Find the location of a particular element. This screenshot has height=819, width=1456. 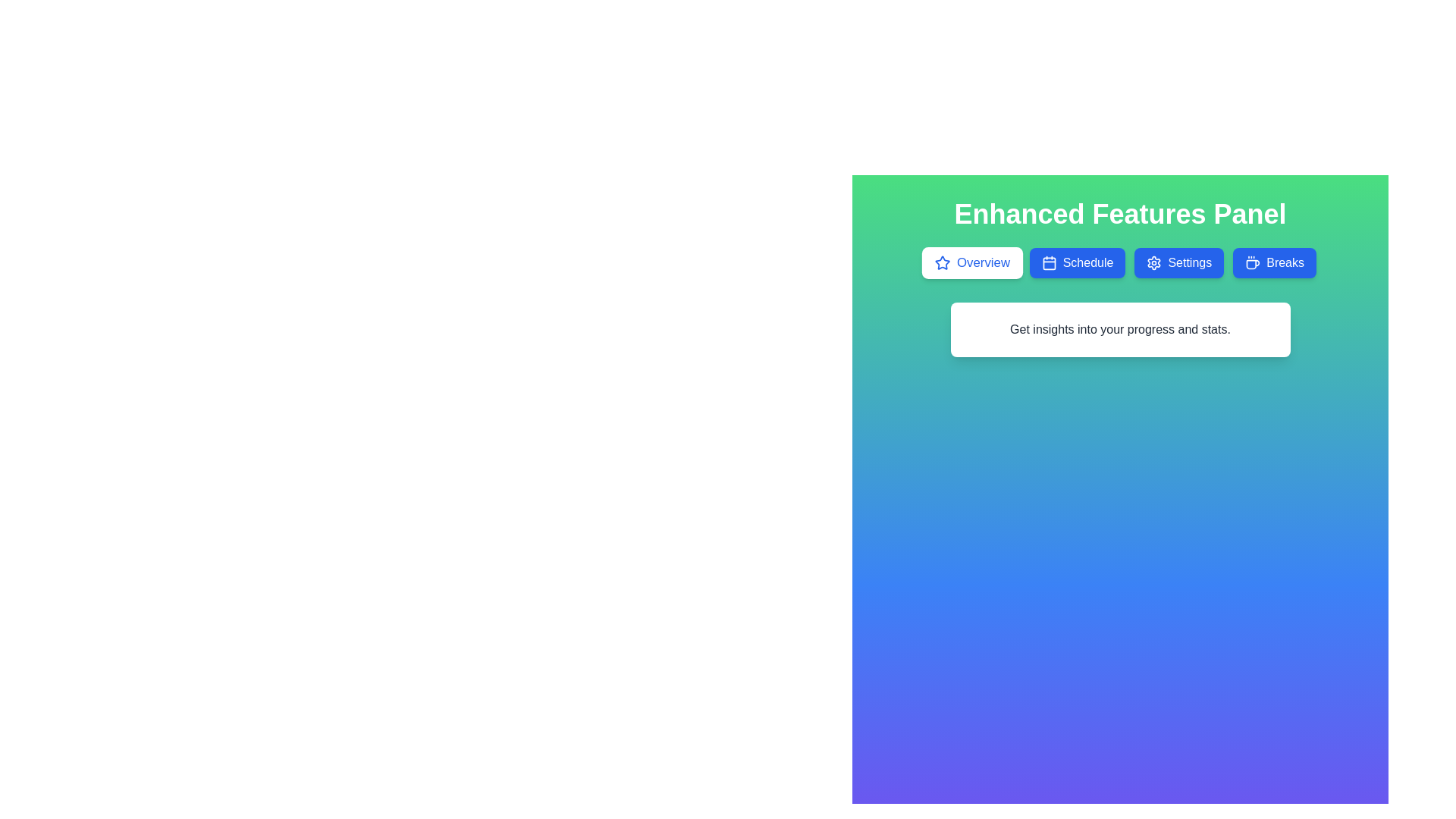

the cogwheel-shaped settings icon button, which is styled with a blue background and white outlines is located at coordinates (1153, 262).